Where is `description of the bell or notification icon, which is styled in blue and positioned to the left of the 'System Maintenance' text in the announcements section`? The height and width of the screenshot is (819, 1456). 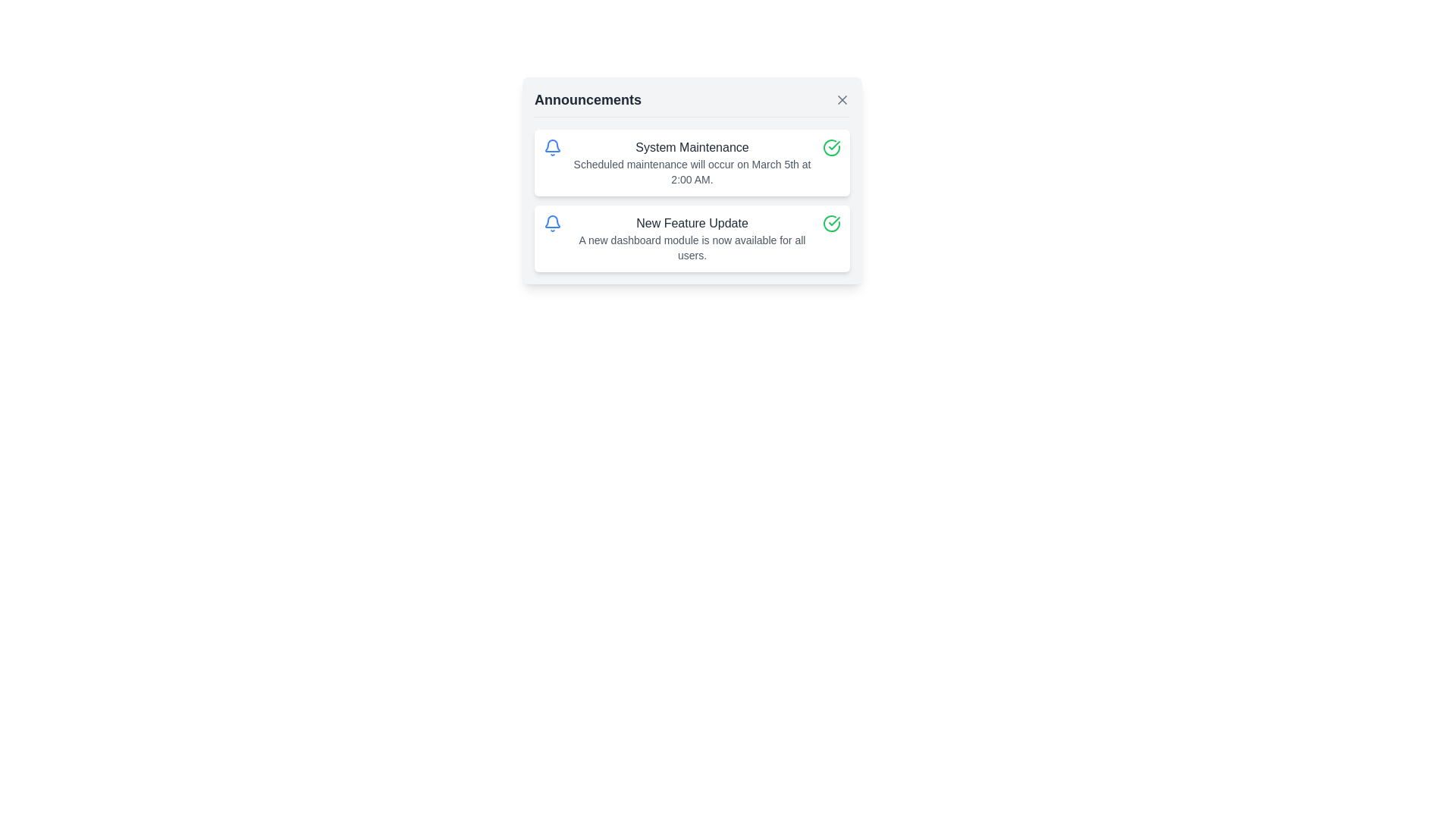 description of the bell or notification icon, which is styled in blue and positioned to the left of the 'System Maintenance' text in the announcements section is located at coordinates (552, 221).